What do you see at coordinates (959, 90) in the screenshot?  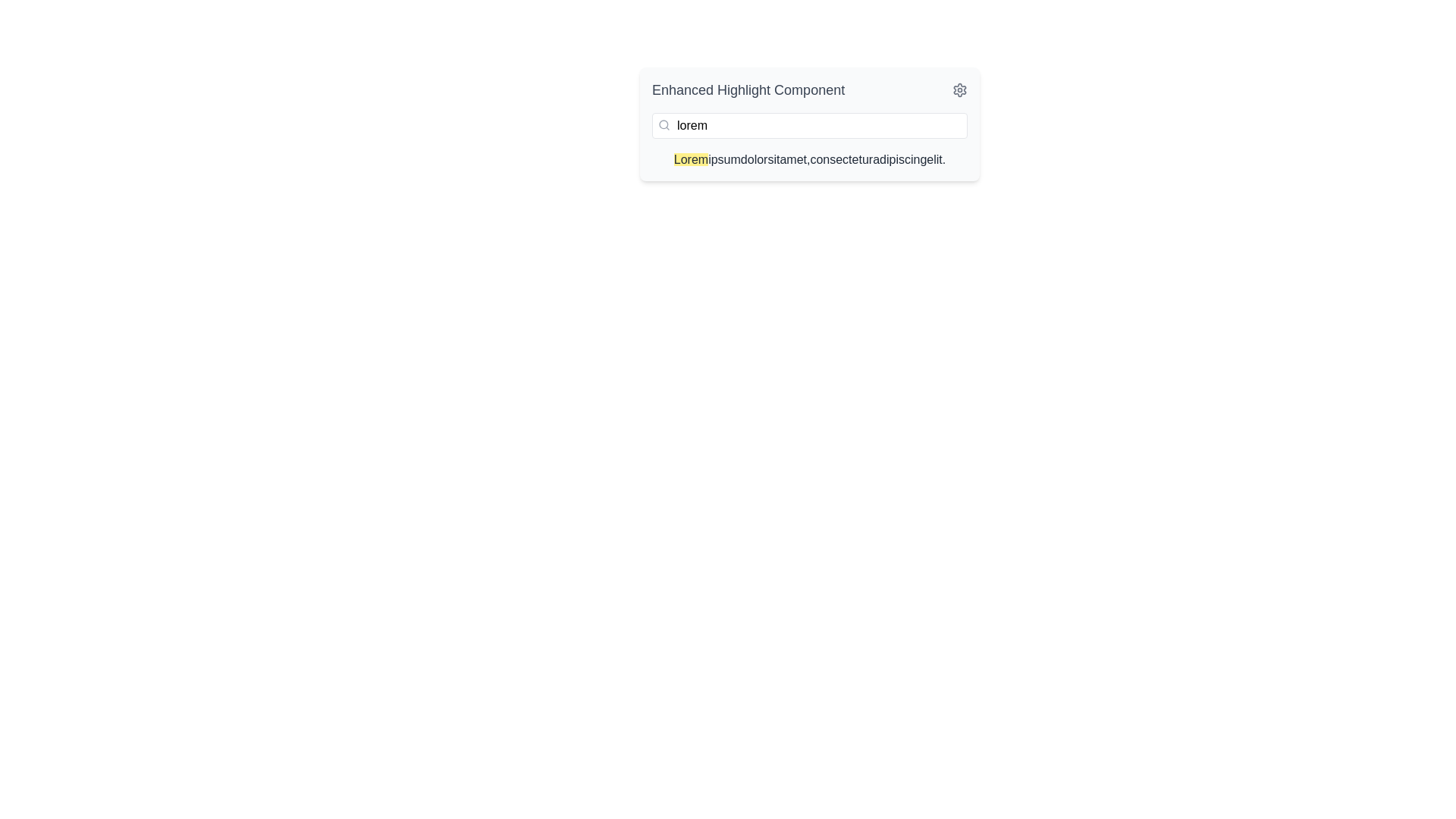 I see `the gear-shaped icon located at the top-right corner of the 'Enhanced Highlight Component' widget` at bounding box center [959, 90].